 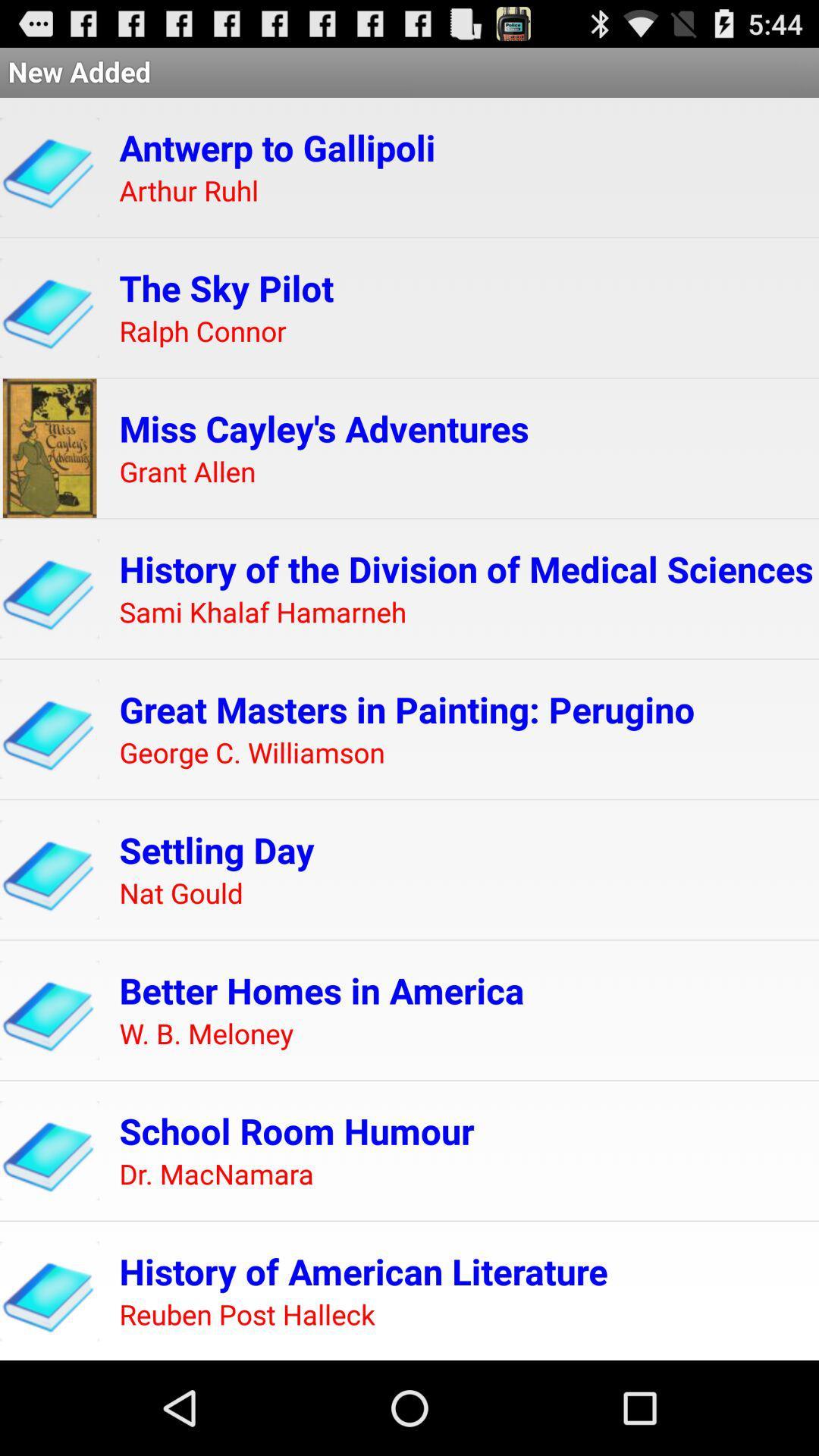 I want to click on the george c. williamson app, so click(x=251, y=753).